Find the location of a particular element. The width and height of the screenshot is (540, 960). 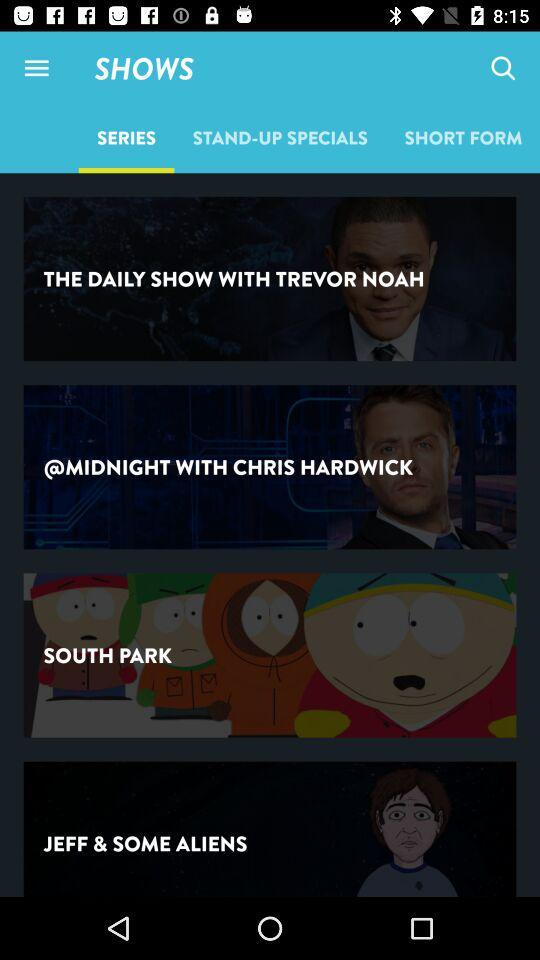

the item above the short form icon is located at coordinates (502, 68).